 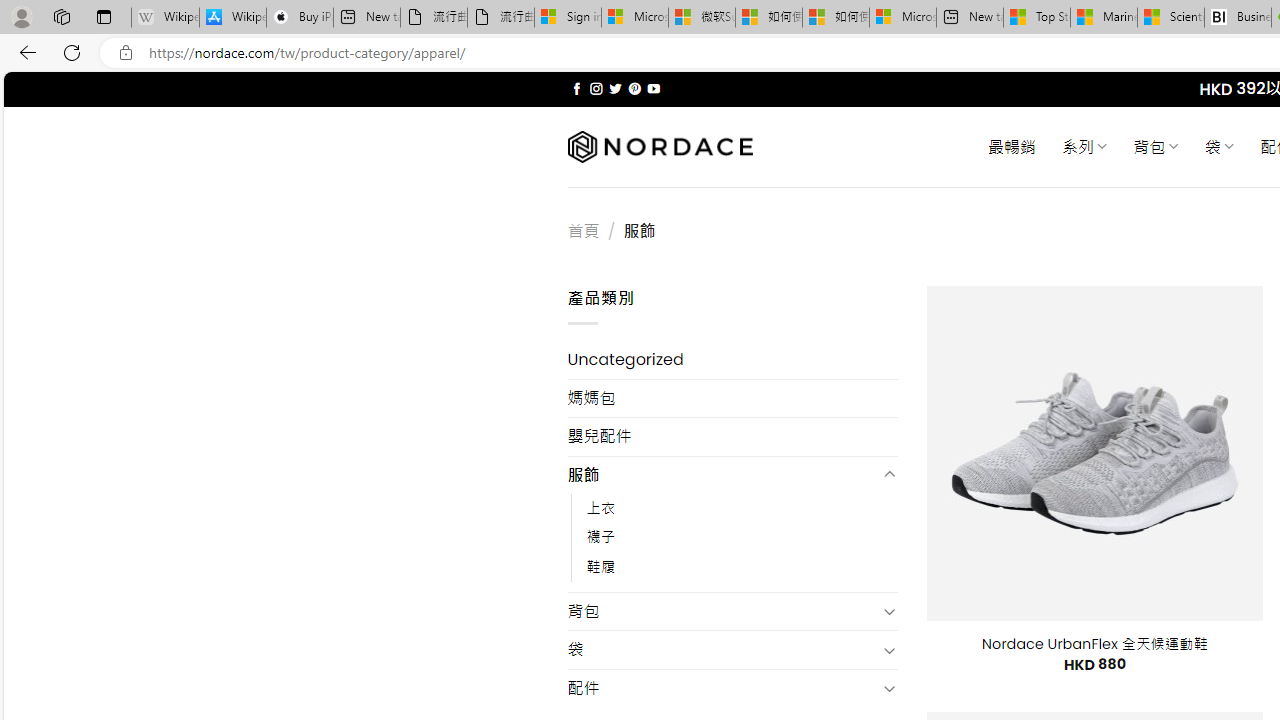 What do you see at coordinates (659, 146) in the screenshot?
I see `'Nordace'` at bounding box center [659, 146].